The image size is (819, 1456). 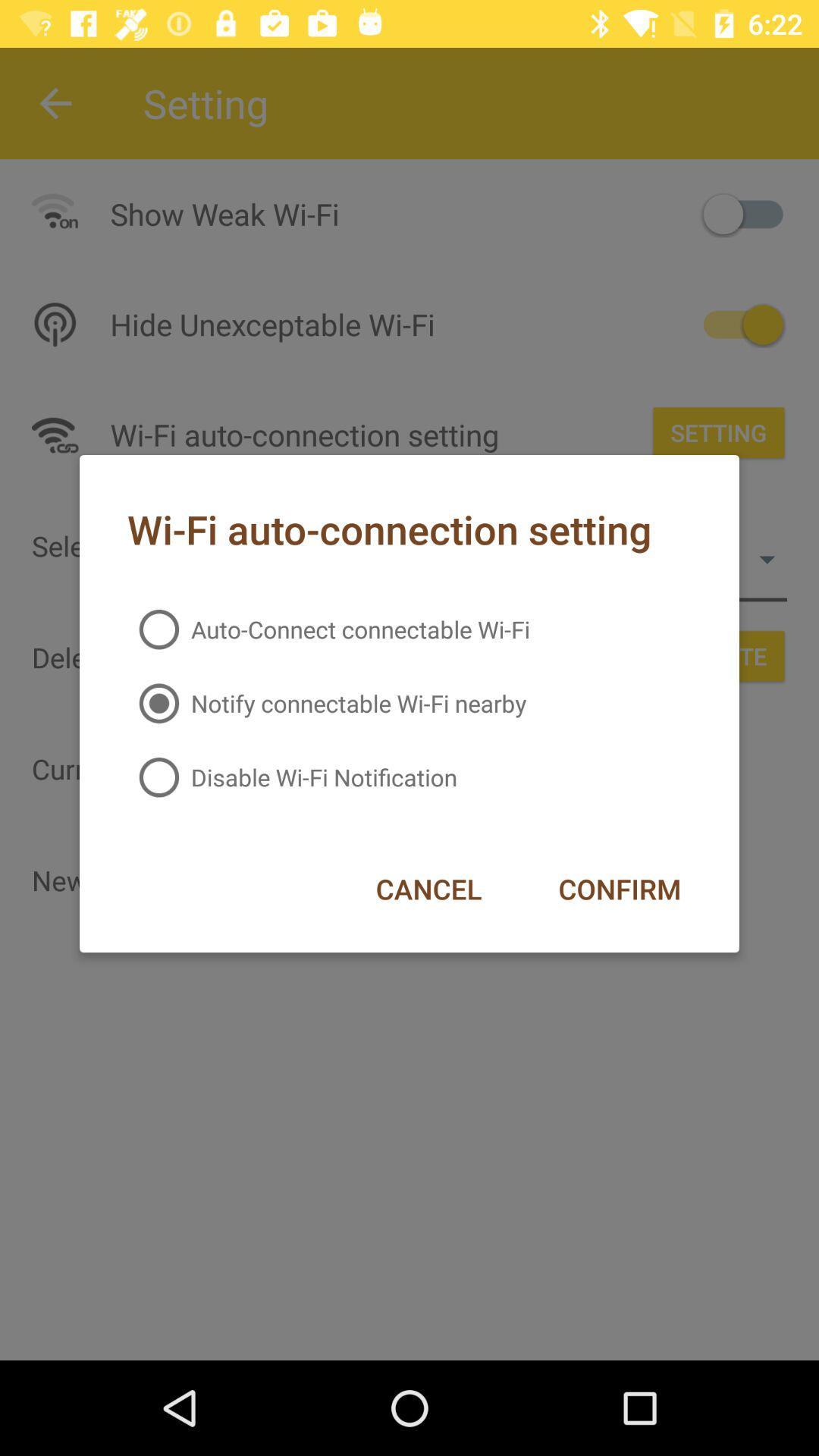 What do you see at coordinates (328, 629) in the screenshot?
I see `the auto connect connectable item` at bounding box center [328, 629].